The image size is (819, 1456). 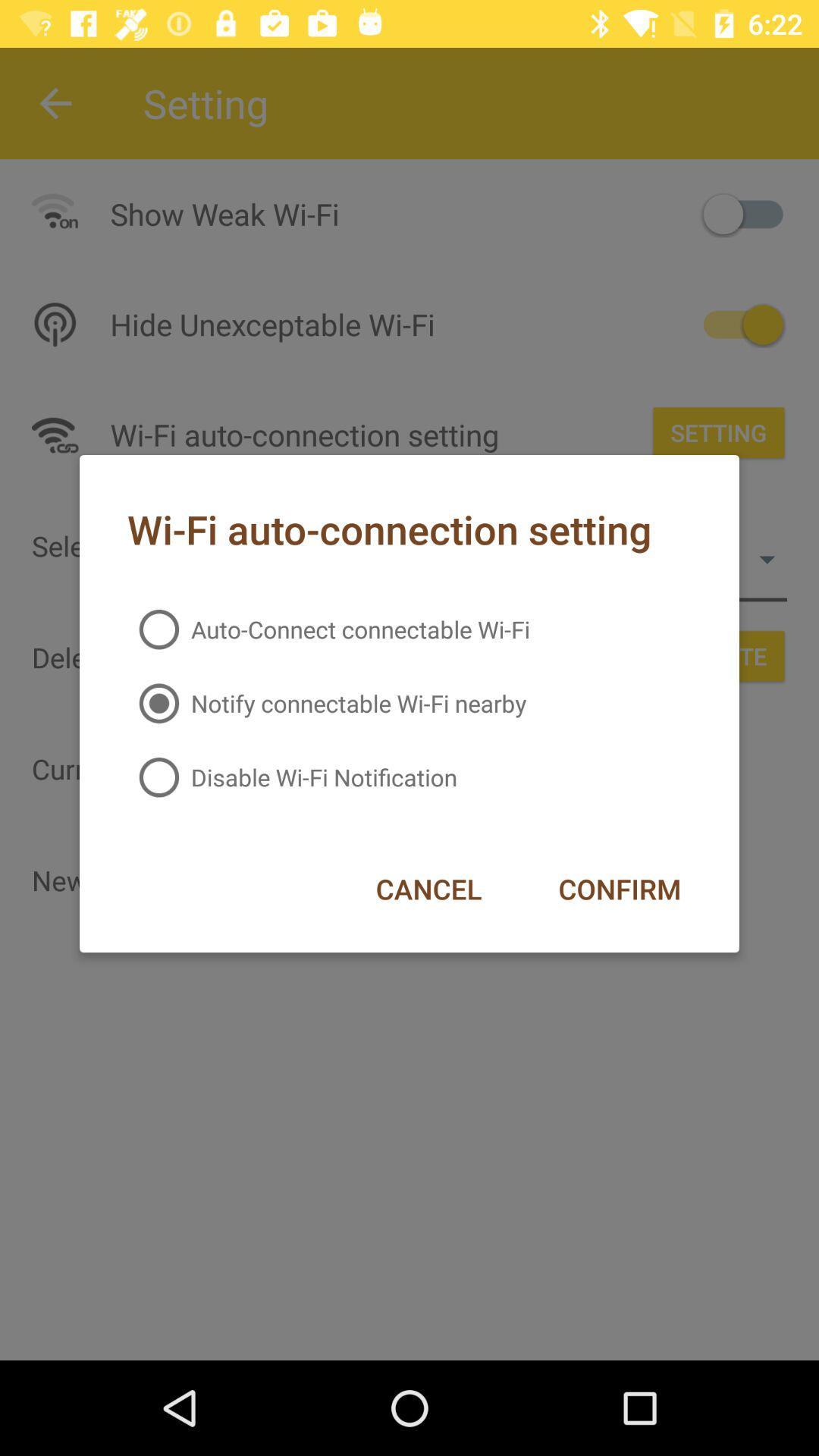 What do you see at coordinates (328, 629) in the screenshot?
I see `the auto connect connectable item` at bounding box center [328, 629].